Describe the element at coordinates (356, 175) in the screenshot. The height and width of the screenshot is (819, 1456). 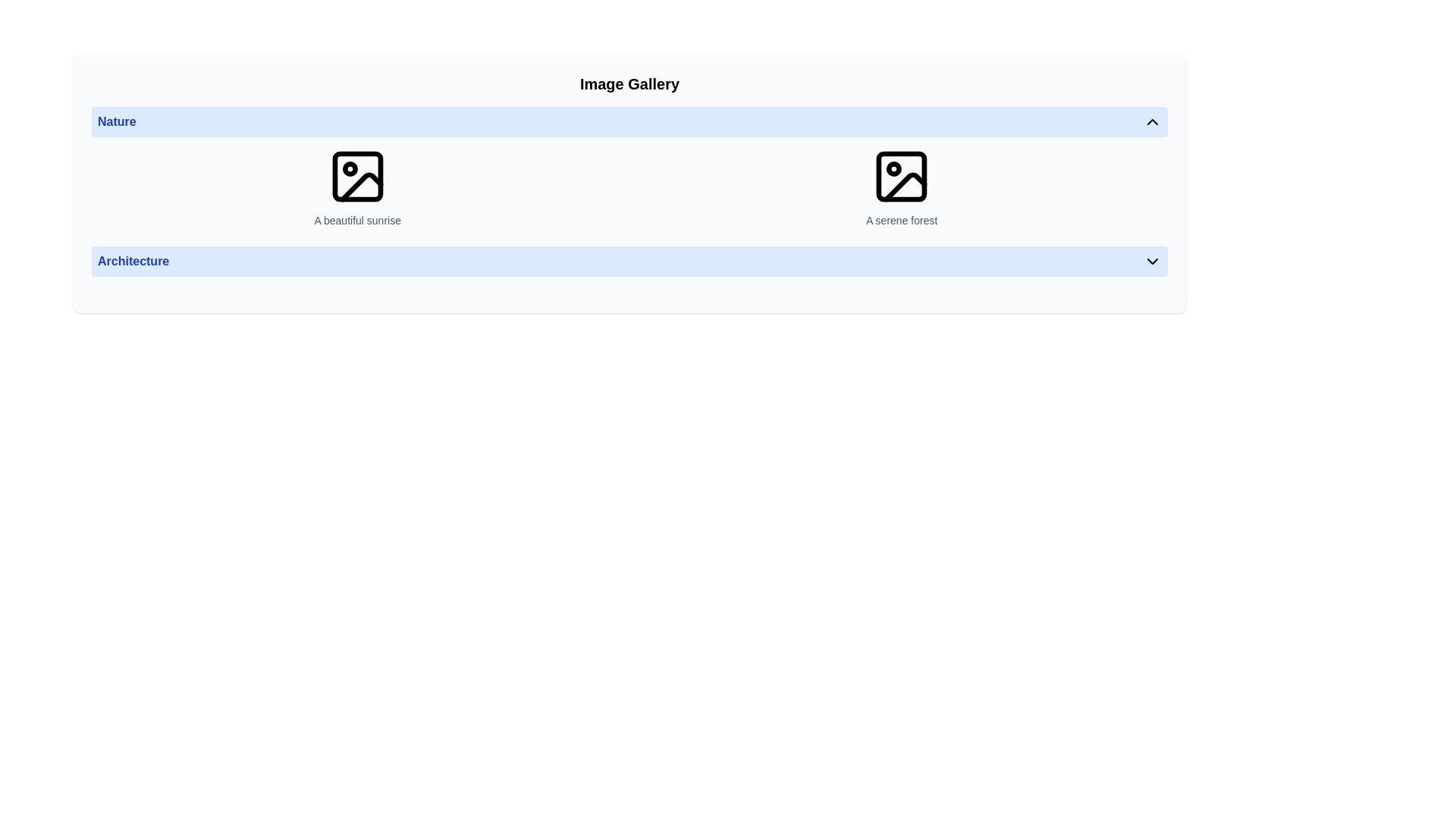
I see `the image or photo placeholder icon in the 'Nature' section of the gallery, positioned above the text 'A beautiful sunrise'` at that location.